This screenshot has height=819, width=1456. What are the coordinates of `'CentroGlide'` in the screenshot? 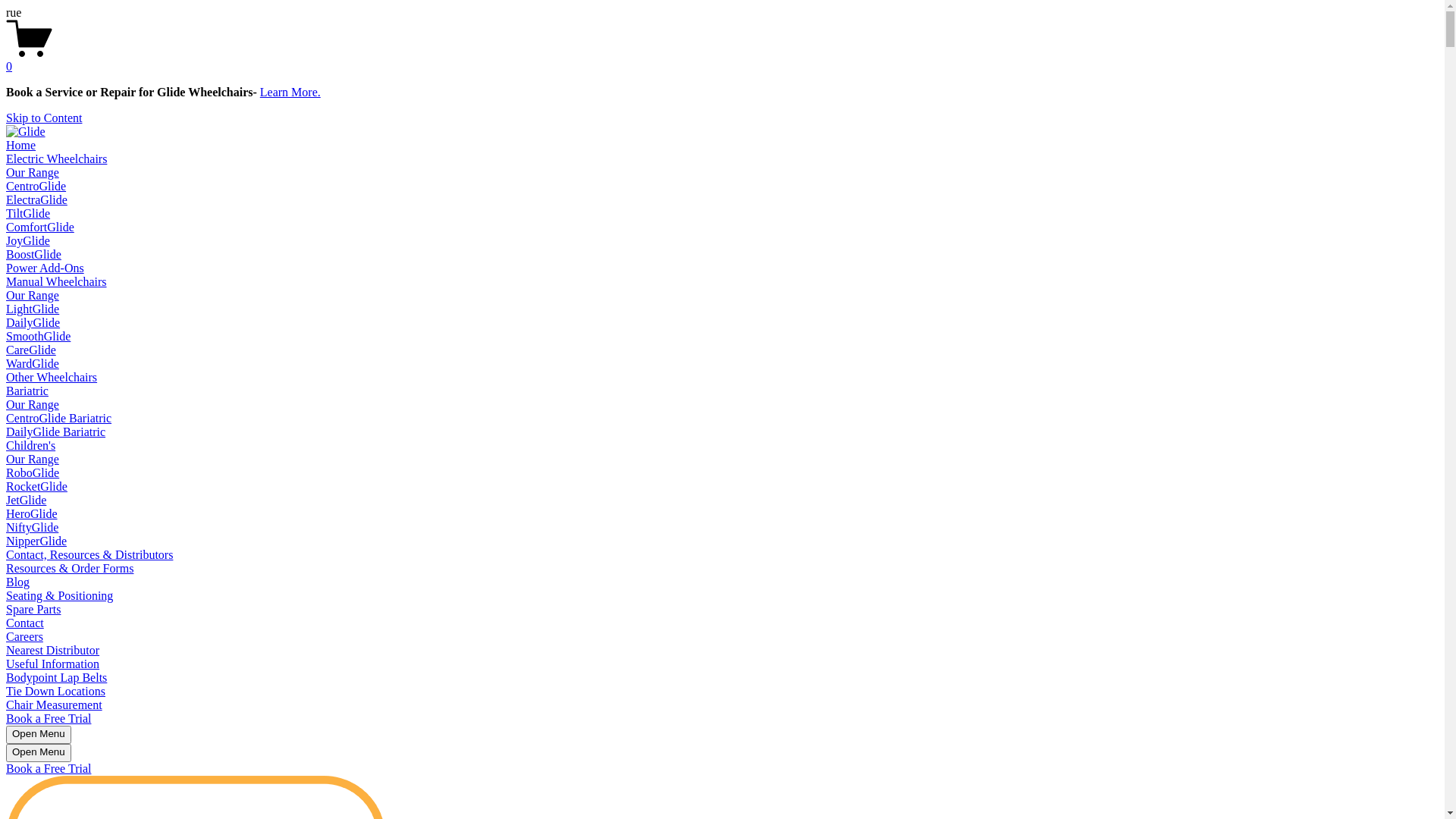 It's located at (36, 185).